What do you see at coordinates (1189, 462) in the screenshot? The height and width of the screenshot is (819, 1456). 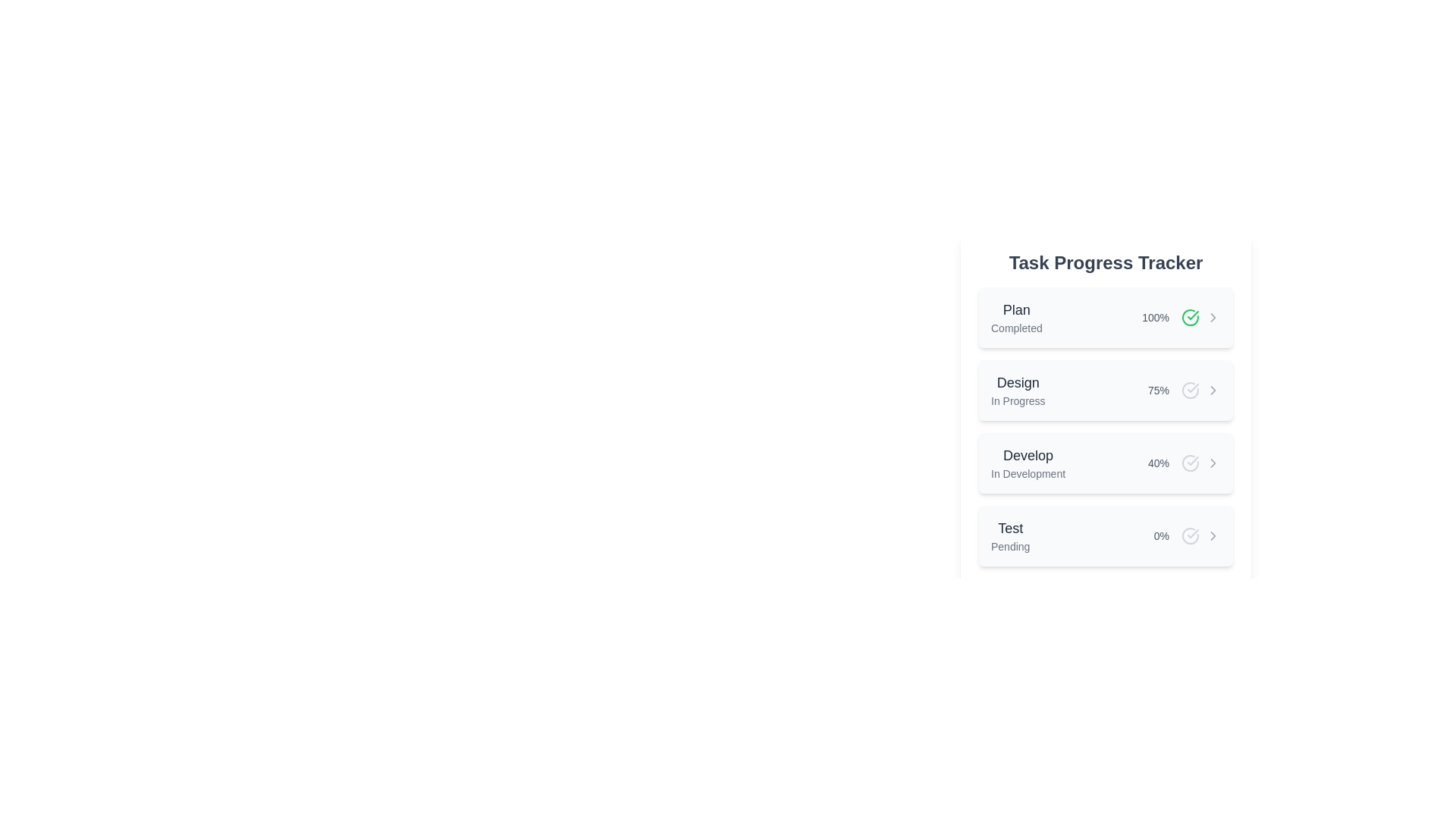 I see `the Icon graphic element that indicates the status of the 'Develop' task item in the 'Task Progress Tracker', located to the right of the 40% percentage status` at bounding box center [1189, 462].